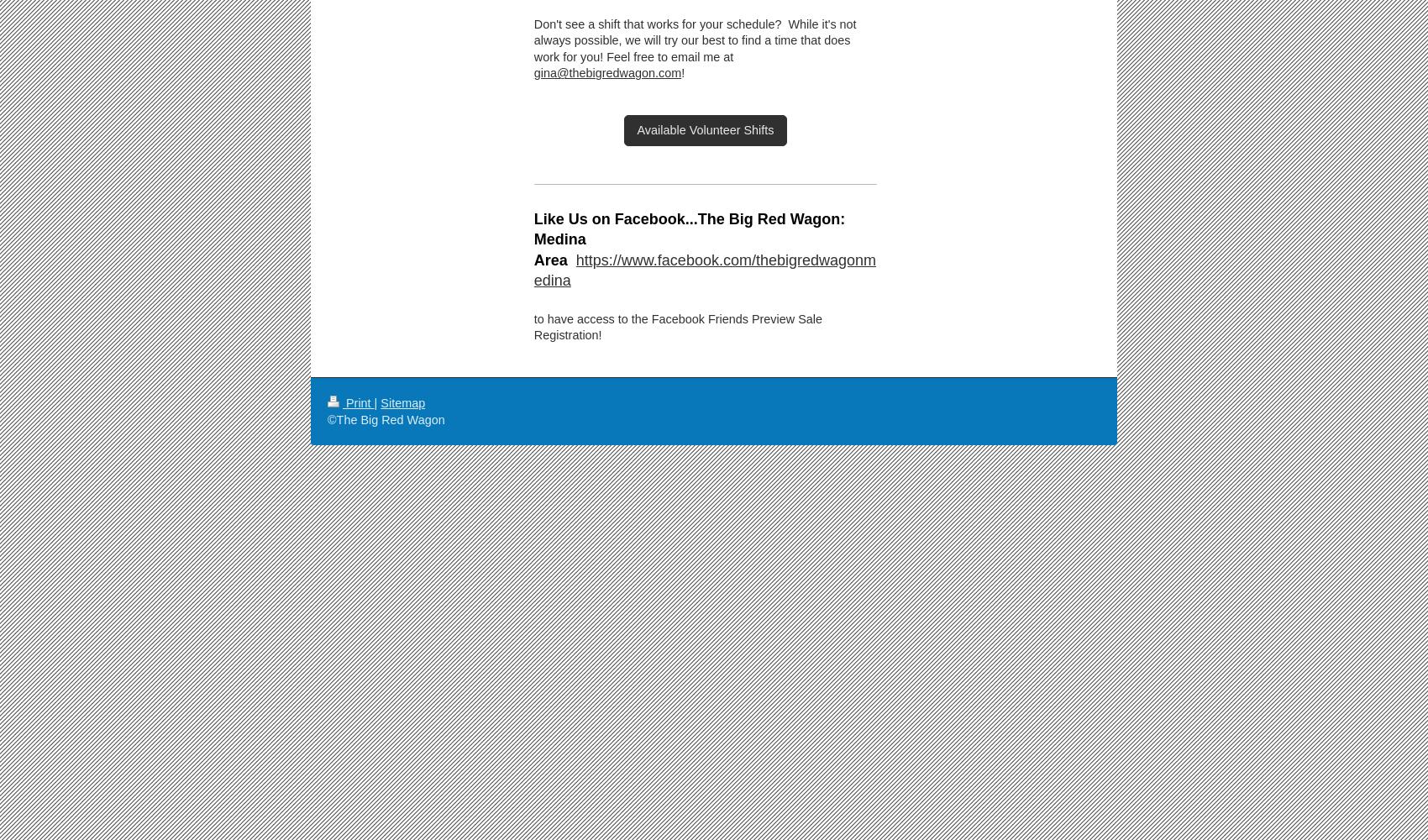 The height and width of the screenshot is (840, 1428). What do you see at coordinates (386, 420) in the screenshot?
I see `'©The Big Red Wagon'` at bounding box center [386, 420].